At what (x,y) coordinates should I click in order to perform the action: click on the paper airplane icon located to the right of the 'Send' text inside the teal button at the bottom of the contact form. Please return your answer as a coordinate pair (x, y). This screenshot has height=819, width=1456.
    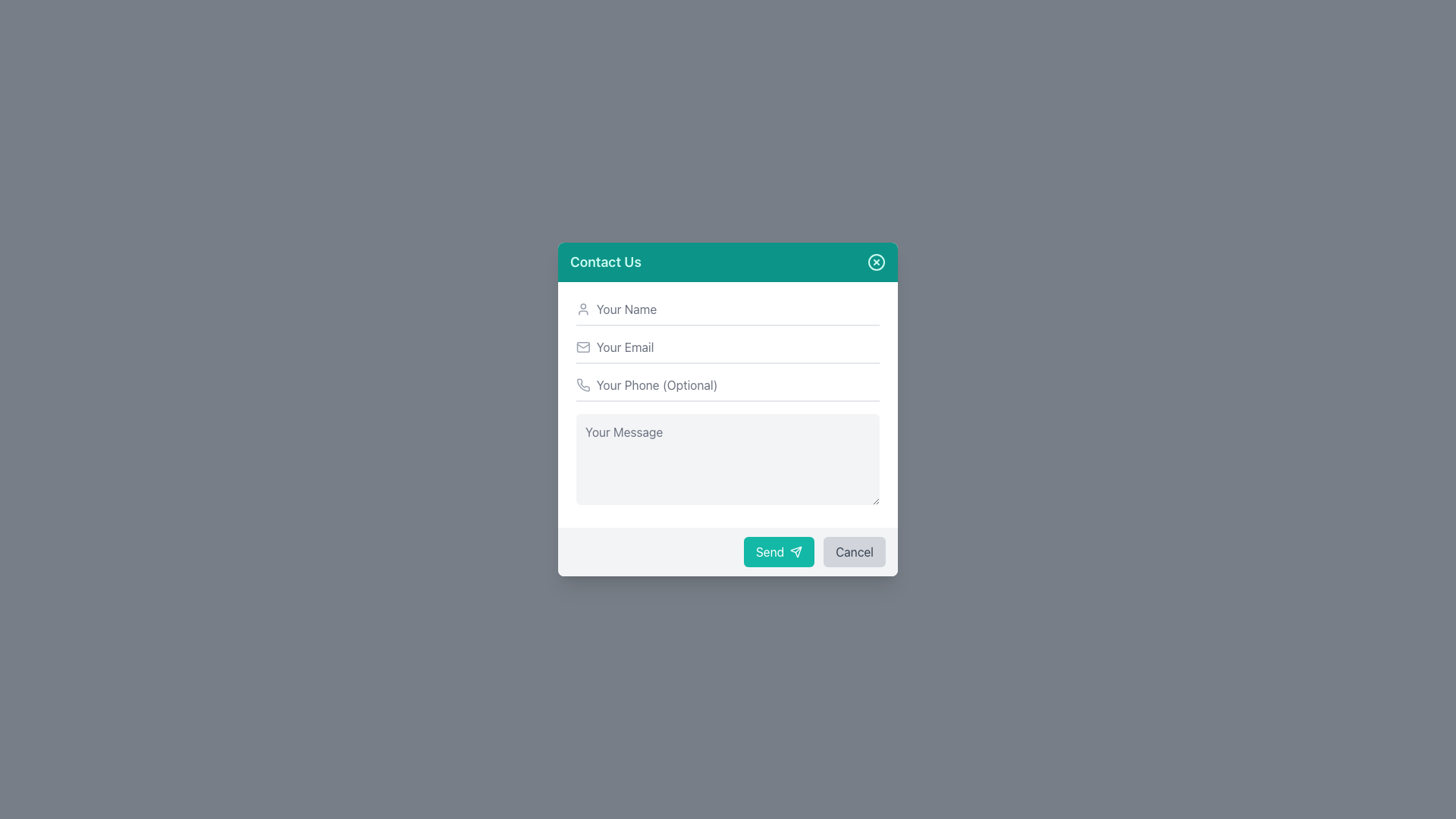
    Looking at the image, I should click on (795, 552).